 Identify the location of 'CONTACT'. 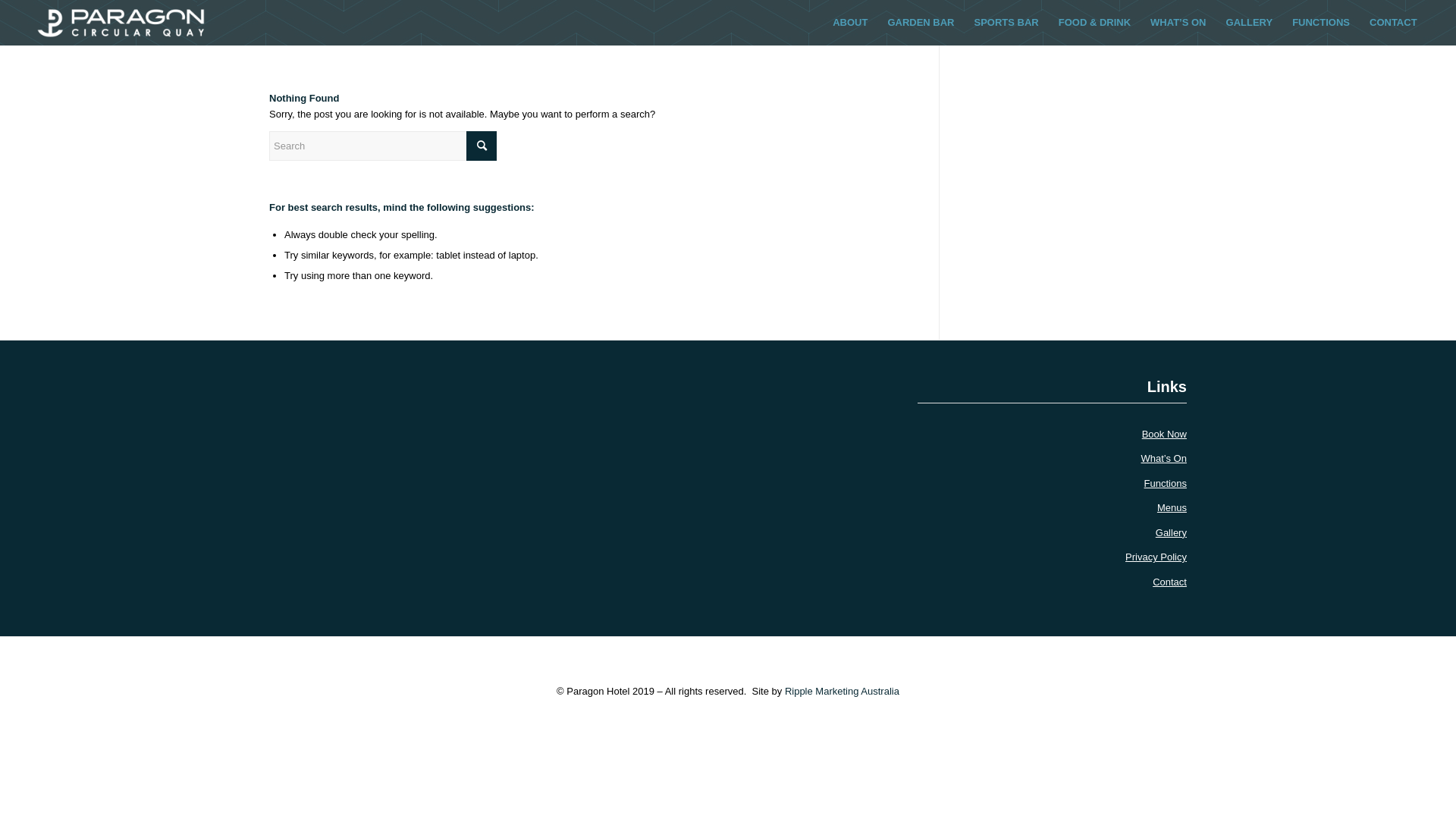
(1393, 23).